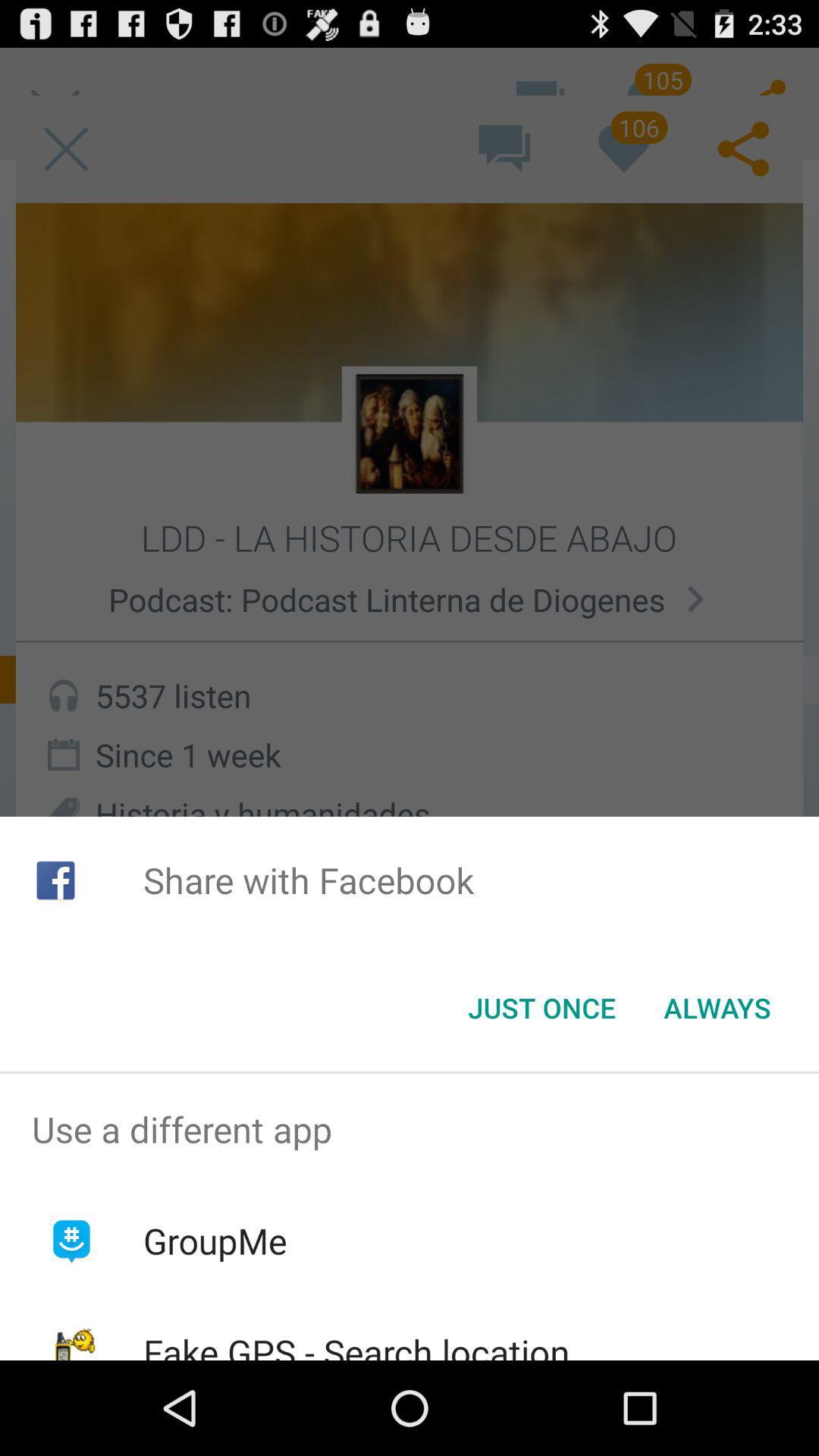 Image resolution: width=819 pixels, height=1456 pixels. What do you see at coordinates (717, 1008) in the screenshot?
I see `always icon` at bounding box center [717, 1008].